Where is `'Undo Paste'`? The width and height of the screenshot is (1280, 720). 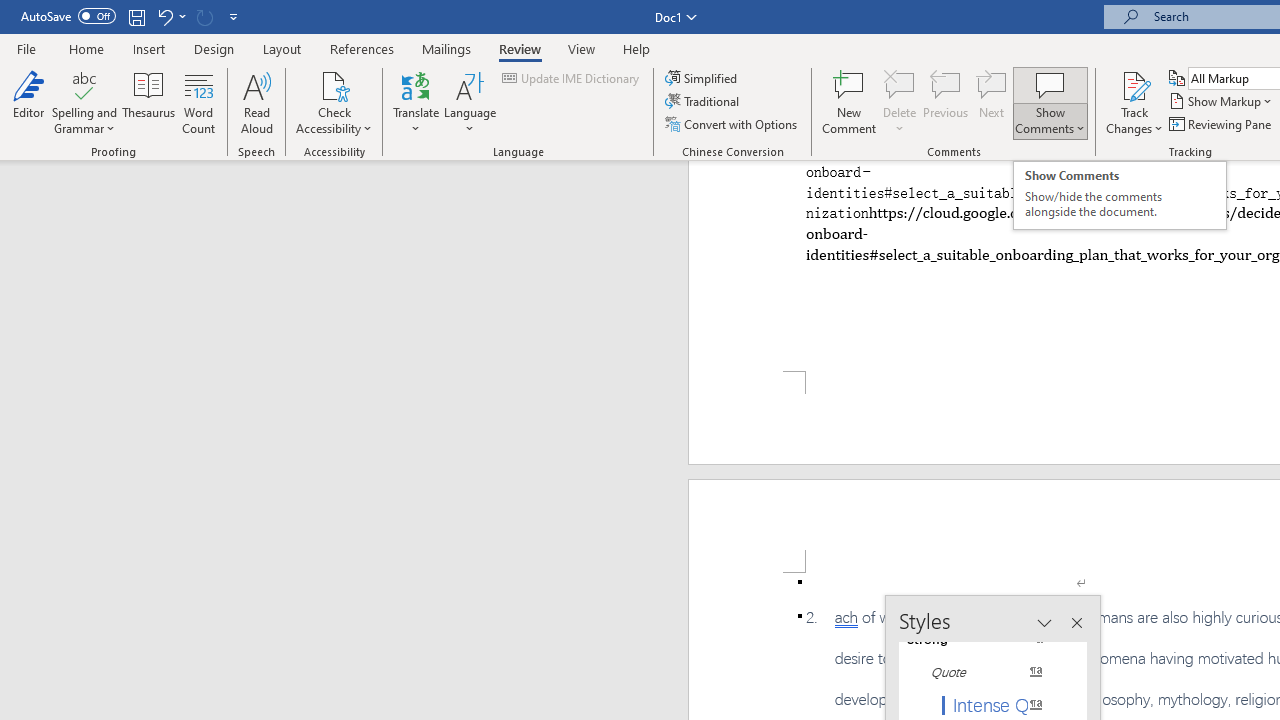
'Undo Paste' is located at coordinates (164, 16).